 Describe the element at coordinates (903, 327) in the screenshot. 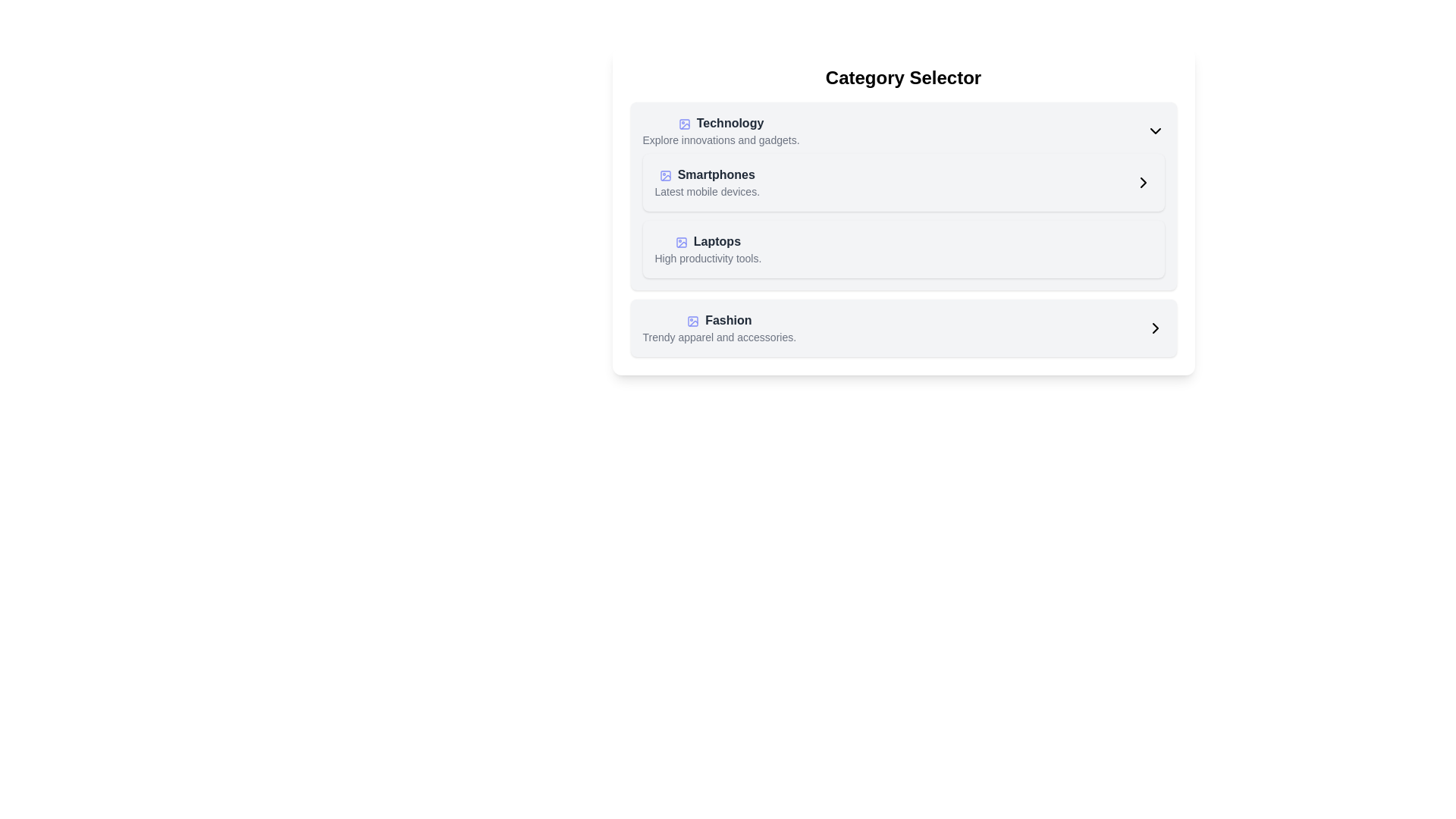

I see `the 'Fashion' category card in the category selector interface` at that location.